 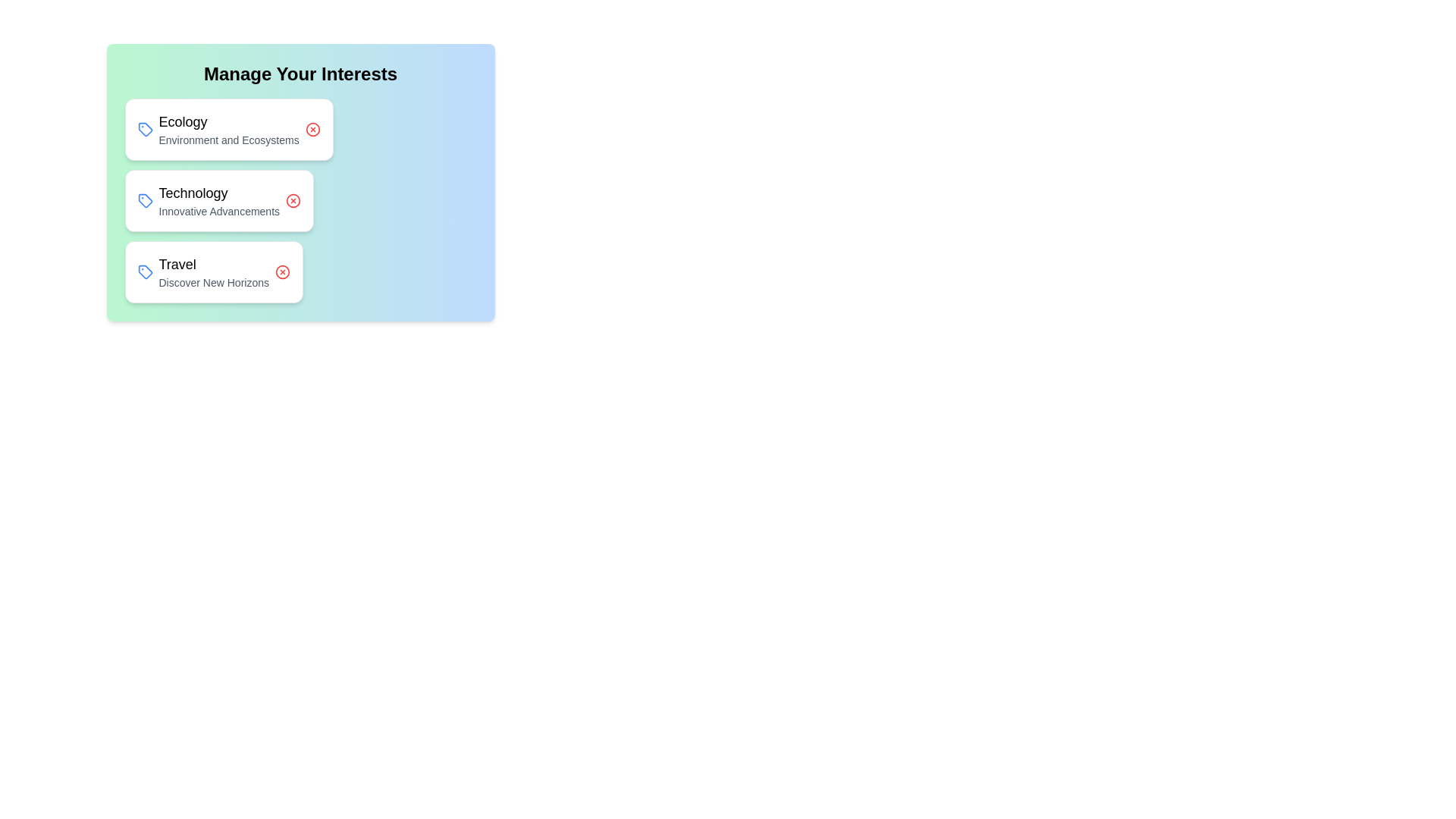 What do you see at coordinates (213, 271) in the screenshot?
I see `the chip labeled Travel to observe the hover effect` at bounding box center [213, 271].